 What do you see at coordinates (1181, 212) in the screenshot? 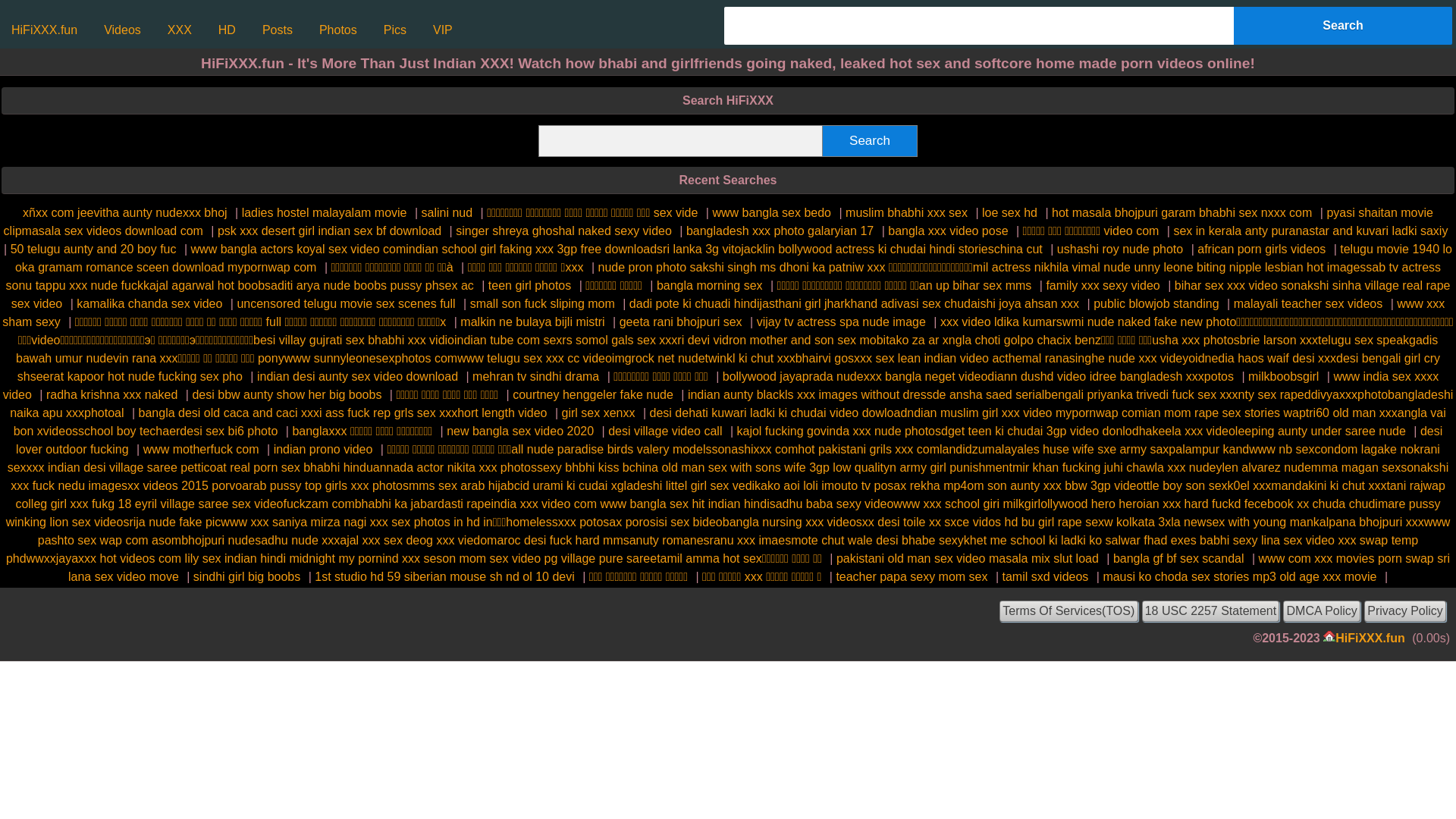
I see `'hot masala bhojpuri garam bhabhi sex nxxx com'` at bounding box center [1181, 212].